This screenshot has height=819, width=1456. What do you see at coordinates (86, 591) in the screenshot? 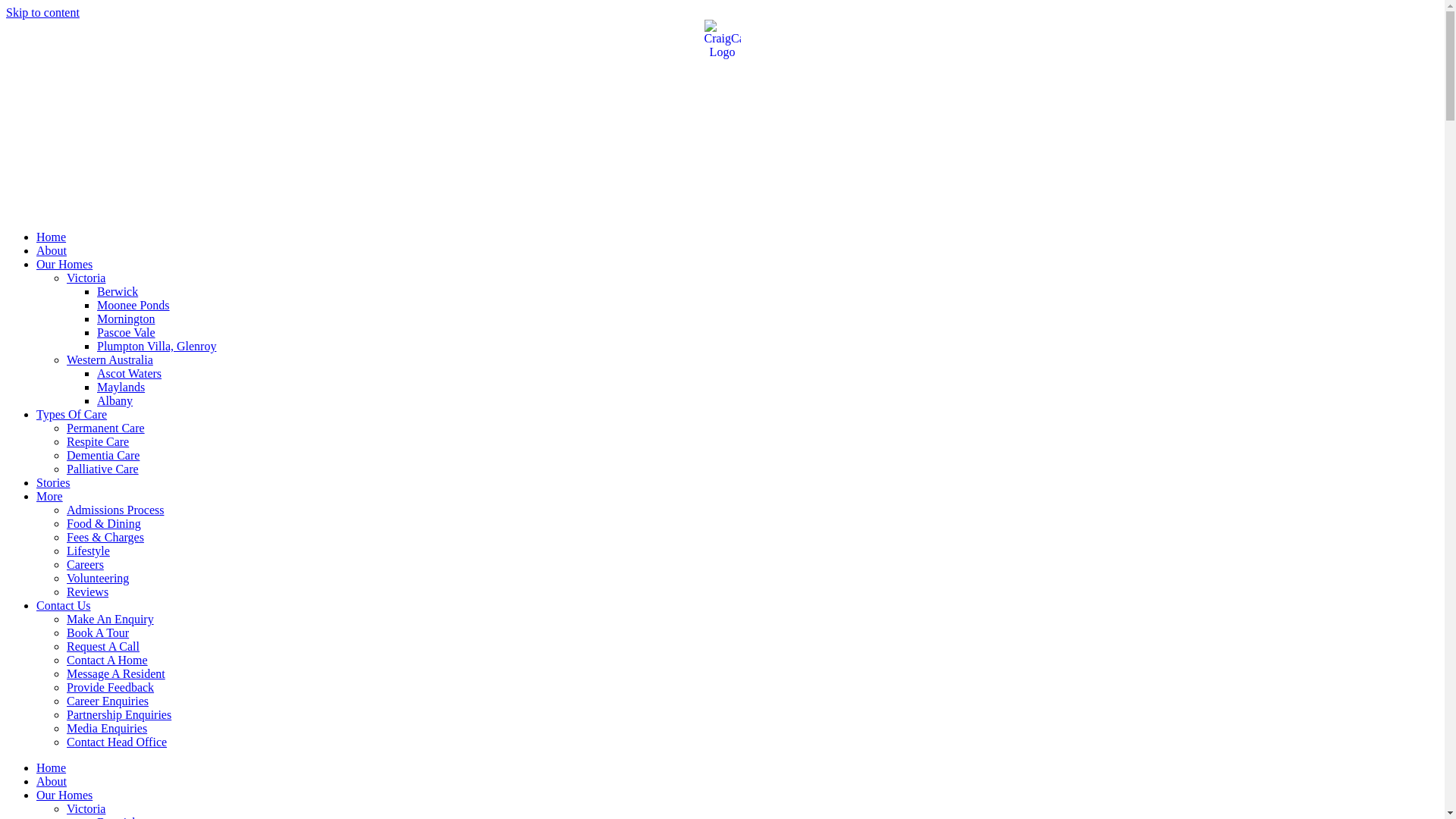
I see `'Reviews'` at bounding box center [86, 591].